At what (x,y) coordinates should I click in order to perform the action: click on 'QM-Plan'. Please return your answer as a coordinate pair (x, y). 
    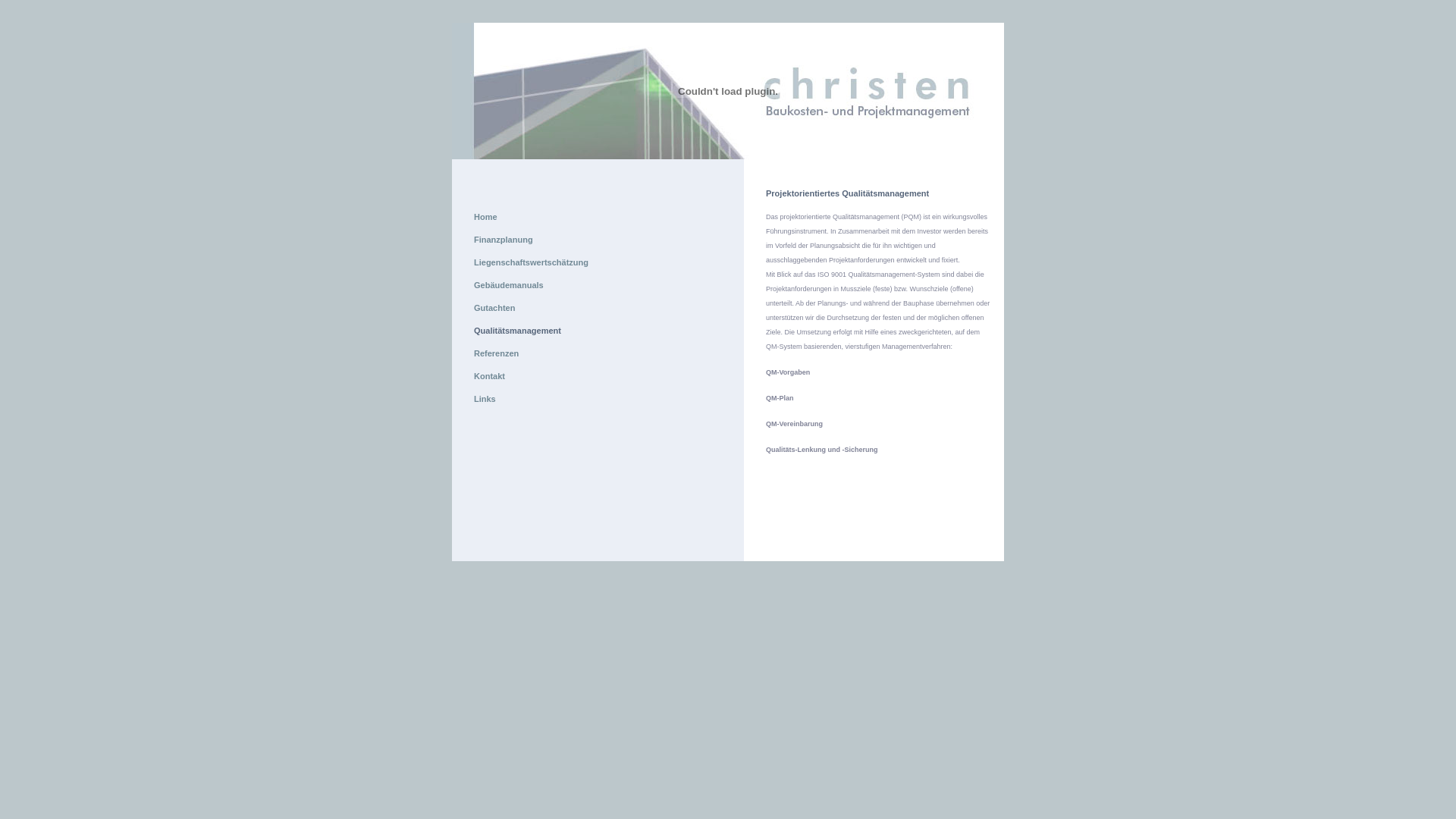
    Looking at the image, I should click on (780, 397).